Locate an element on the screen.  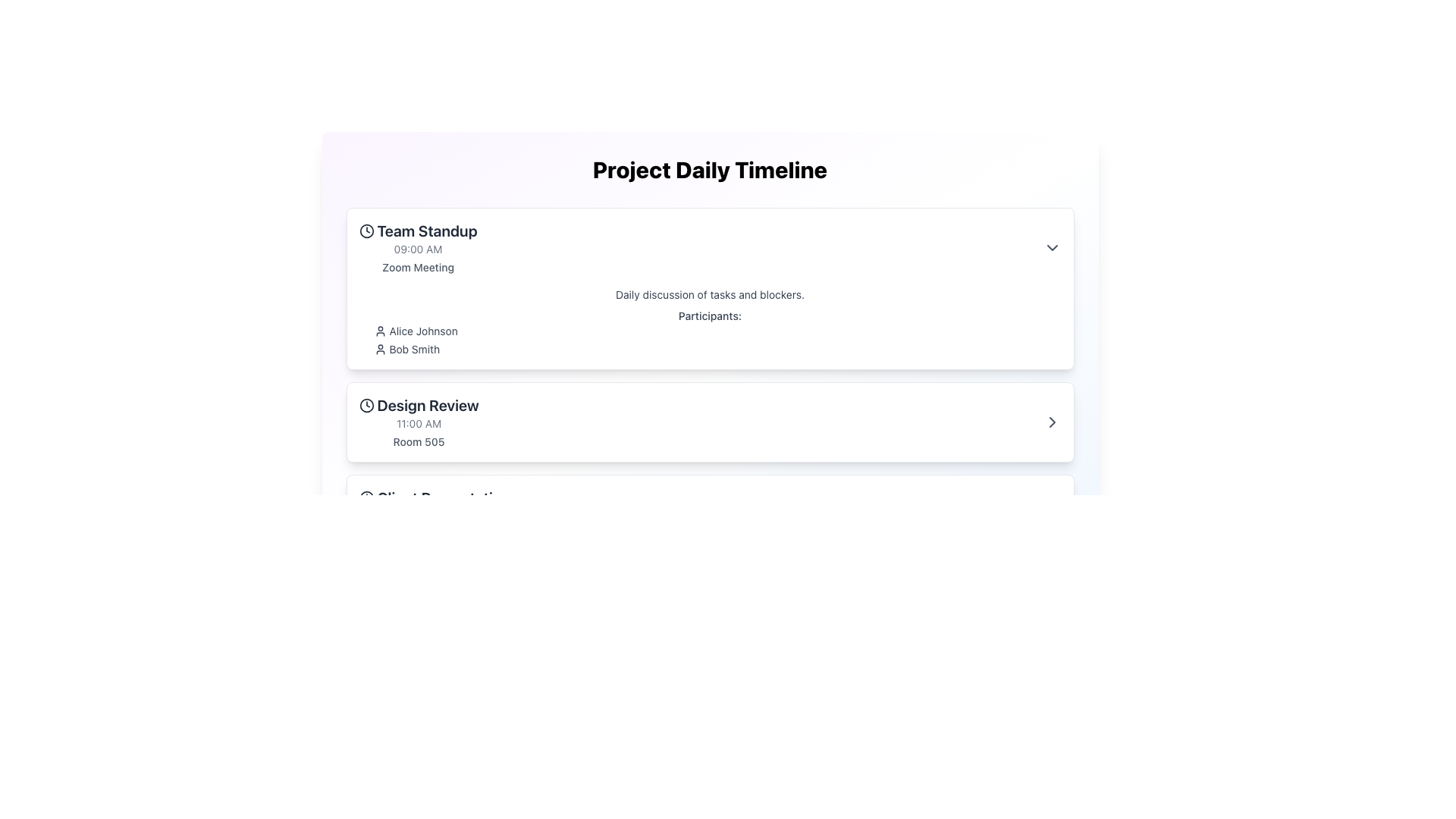
the text label displaying 'Room 505' in muted gray color, located under the '11:00 AM' time label in the Design Review section is located at coordinates (419, 441).